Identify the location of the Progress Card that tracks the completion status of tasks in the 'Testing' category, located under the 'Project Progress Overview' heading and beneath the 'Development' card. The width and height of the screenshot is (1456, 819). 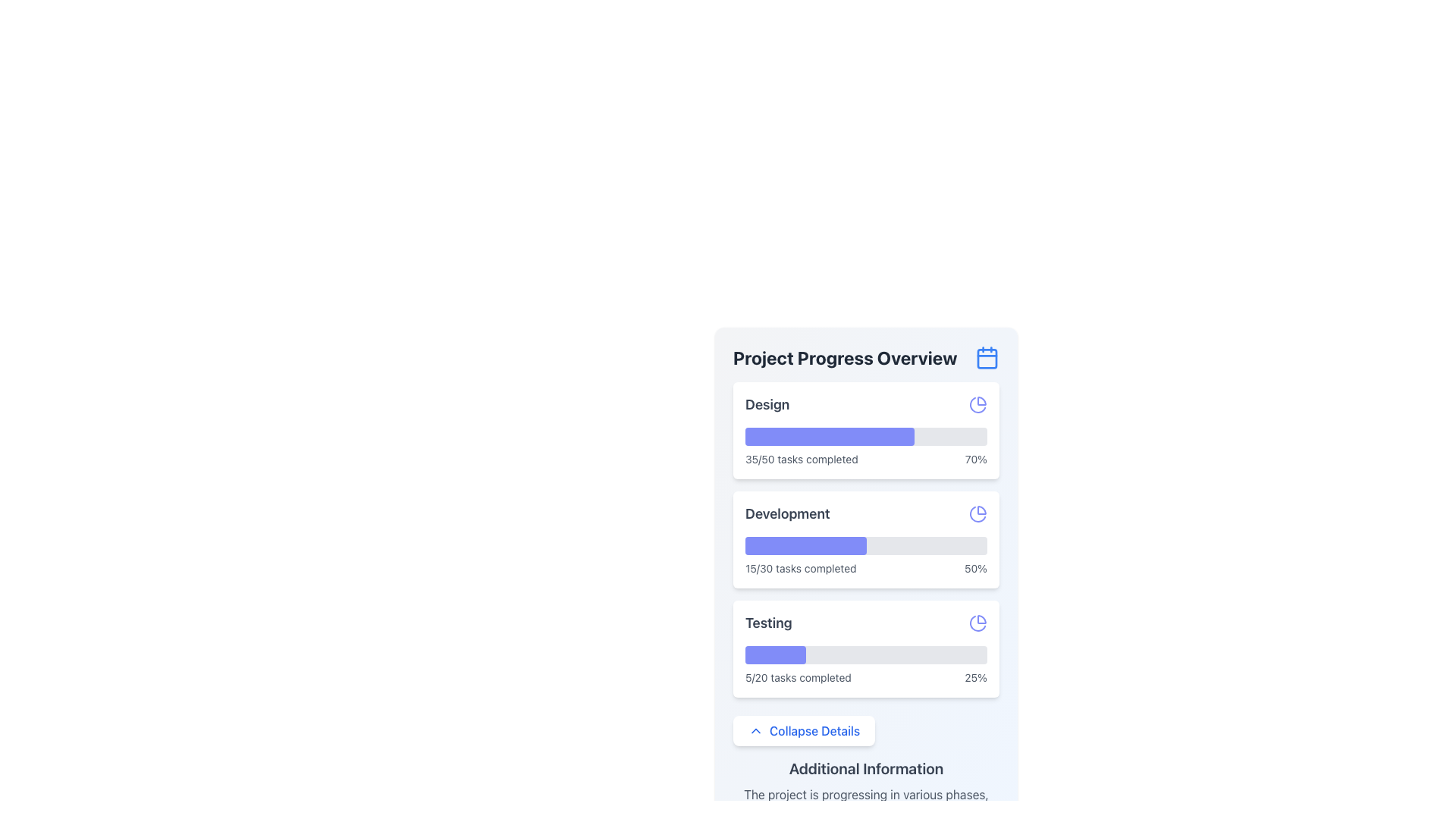
(866, 648).